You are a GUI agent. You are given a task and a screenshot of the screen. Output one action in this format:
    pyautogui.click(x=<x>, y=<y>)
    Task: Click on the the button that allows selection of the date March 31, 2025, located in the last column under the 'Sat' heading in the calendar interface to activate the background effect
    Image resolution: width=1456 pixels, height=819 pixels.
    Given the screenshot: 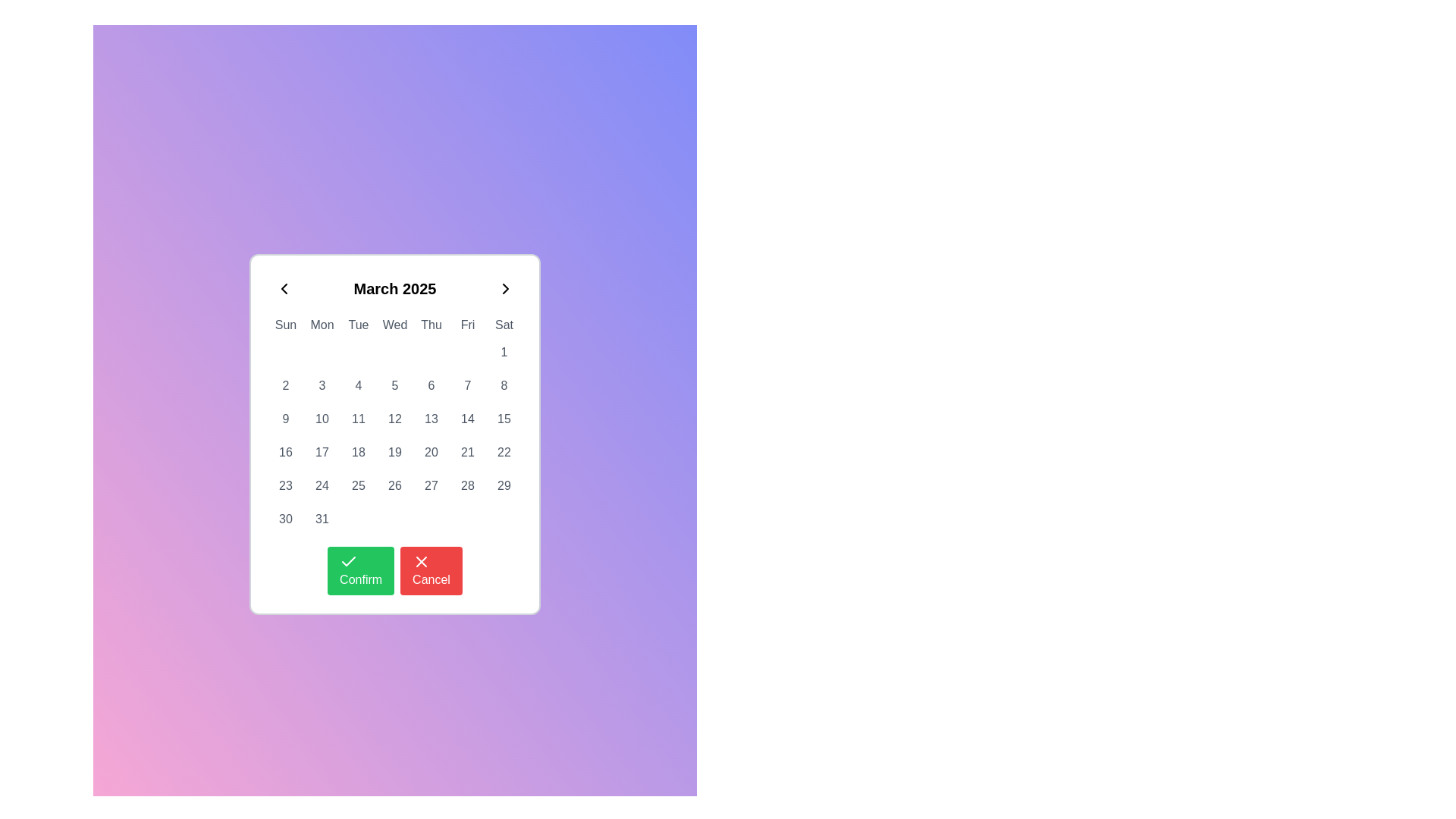 What is the action you would take?
    pyautogui.click(x=322, y=519)
    